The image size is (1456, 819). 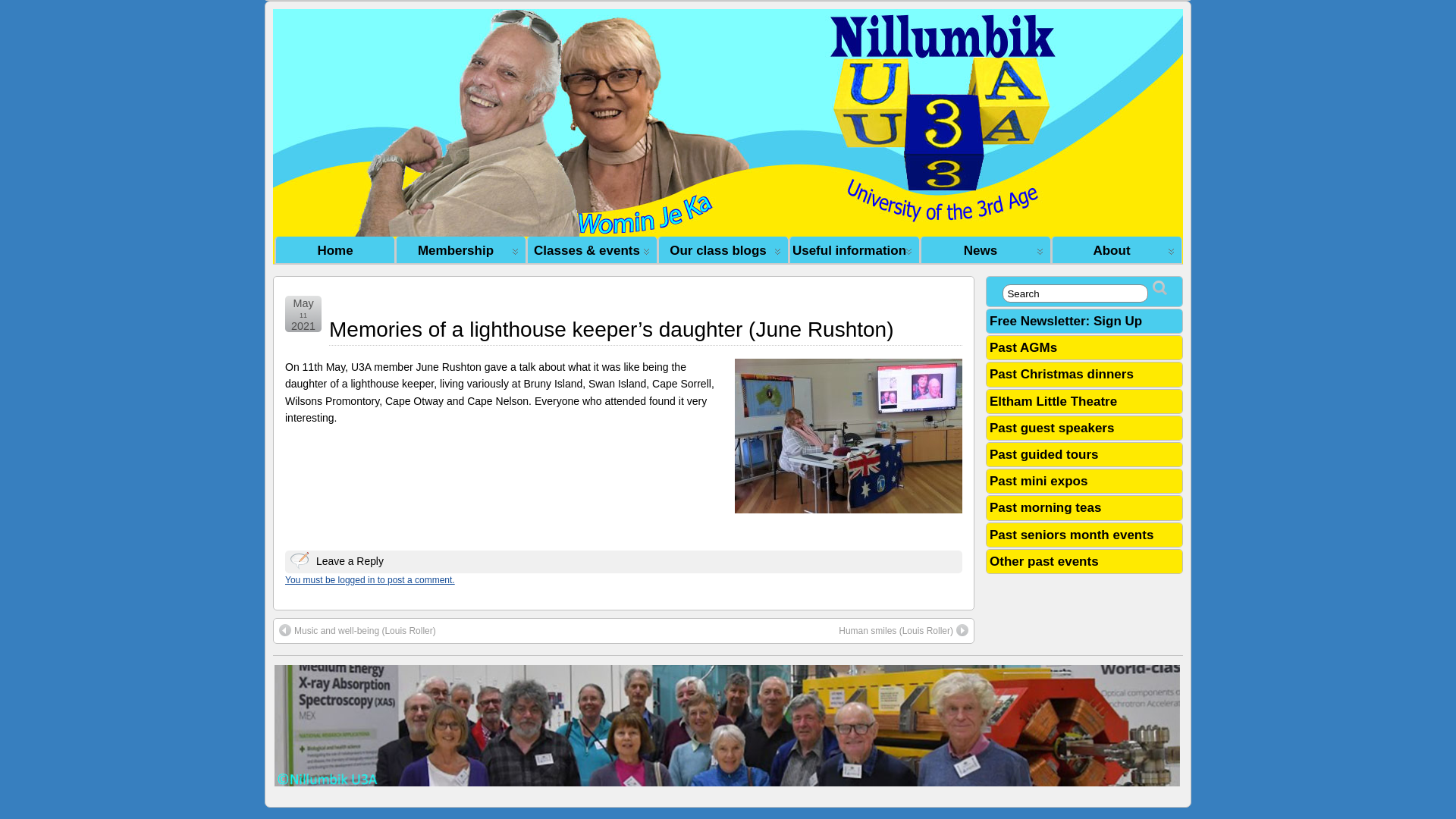 What do you see at coordinates (460, 249) in the screenshot?
I see `' Membership'` at bounding box center [460, 249].